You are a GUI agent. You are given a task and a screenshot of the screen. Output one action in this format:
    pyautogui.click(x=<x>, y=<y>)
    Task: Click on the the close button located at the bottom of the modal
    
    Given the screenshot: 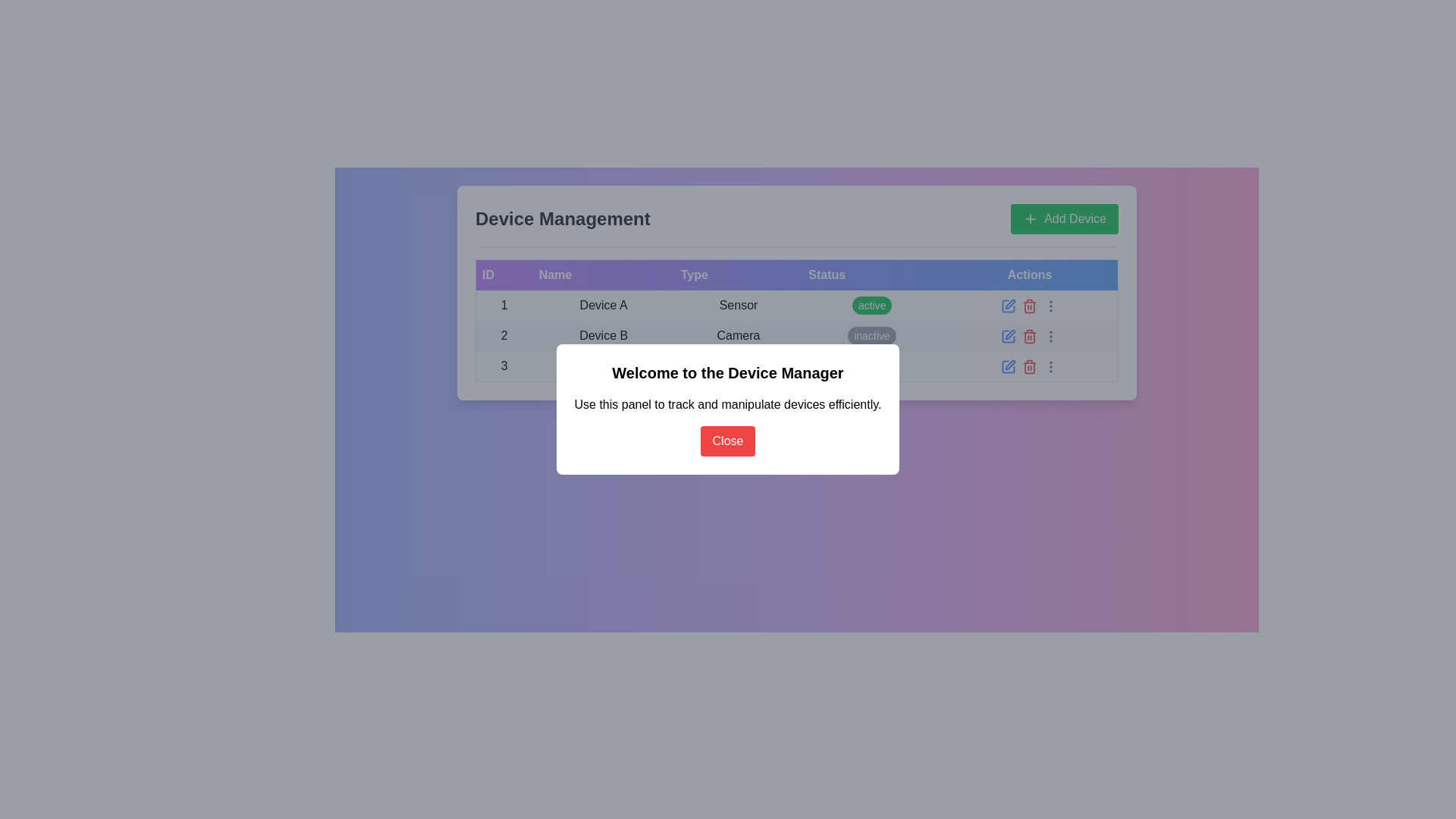 What is the action you would take?
    pyautogui.click(x=728, y=441)
    